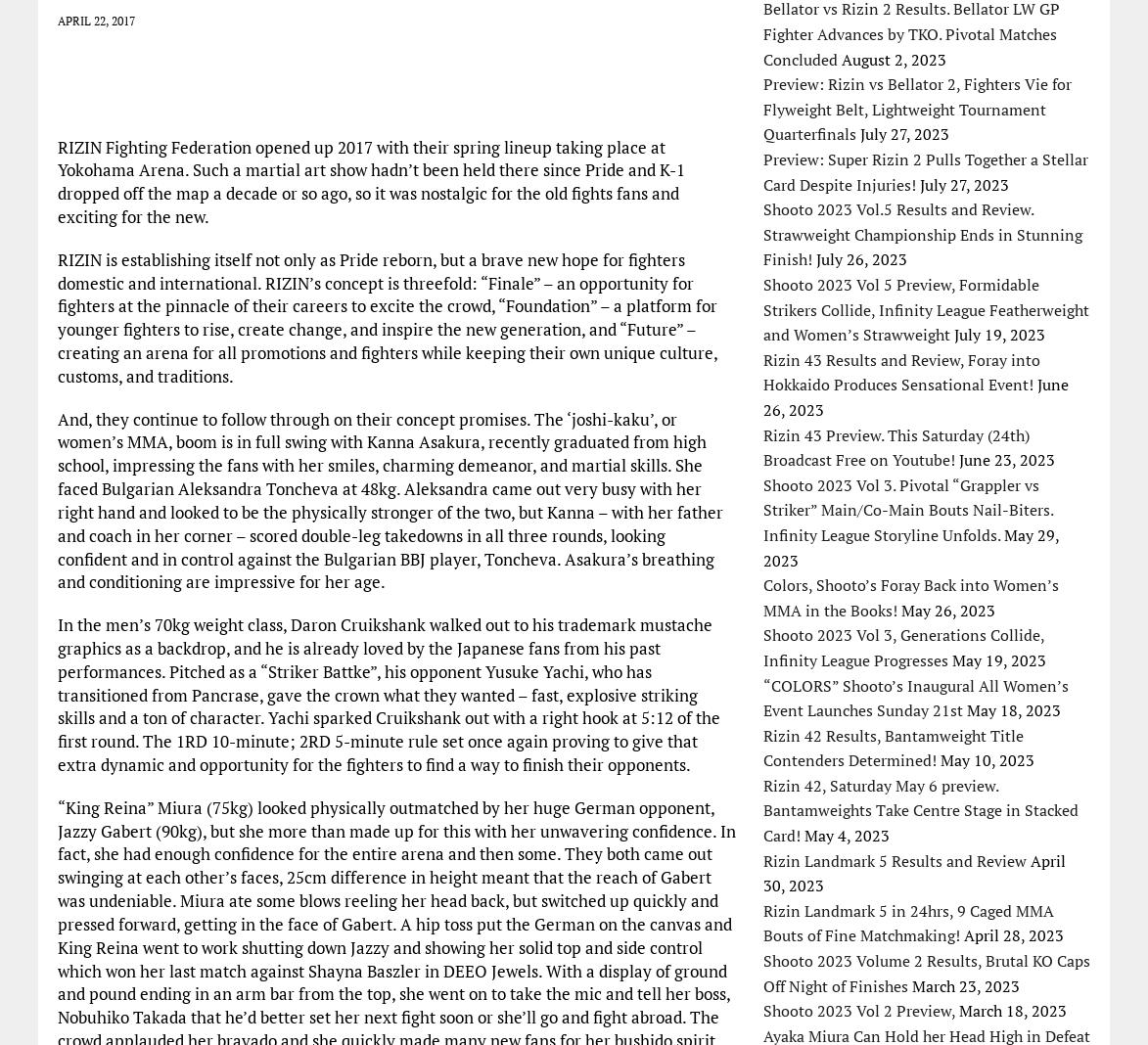 Image resolution: width=1148 pixels, height=1045 pixels. I want to click on 'RIZIN Fighting Federation opened up 2017 with their spring lineup taking place at Yokohama Arena. Such a martial art show hadn’t been held there since Pride and K-1 dropped off the map a decade or so ago, so it was nostalgic for the old fights fans and exciting for the new.', so click(56, 180).